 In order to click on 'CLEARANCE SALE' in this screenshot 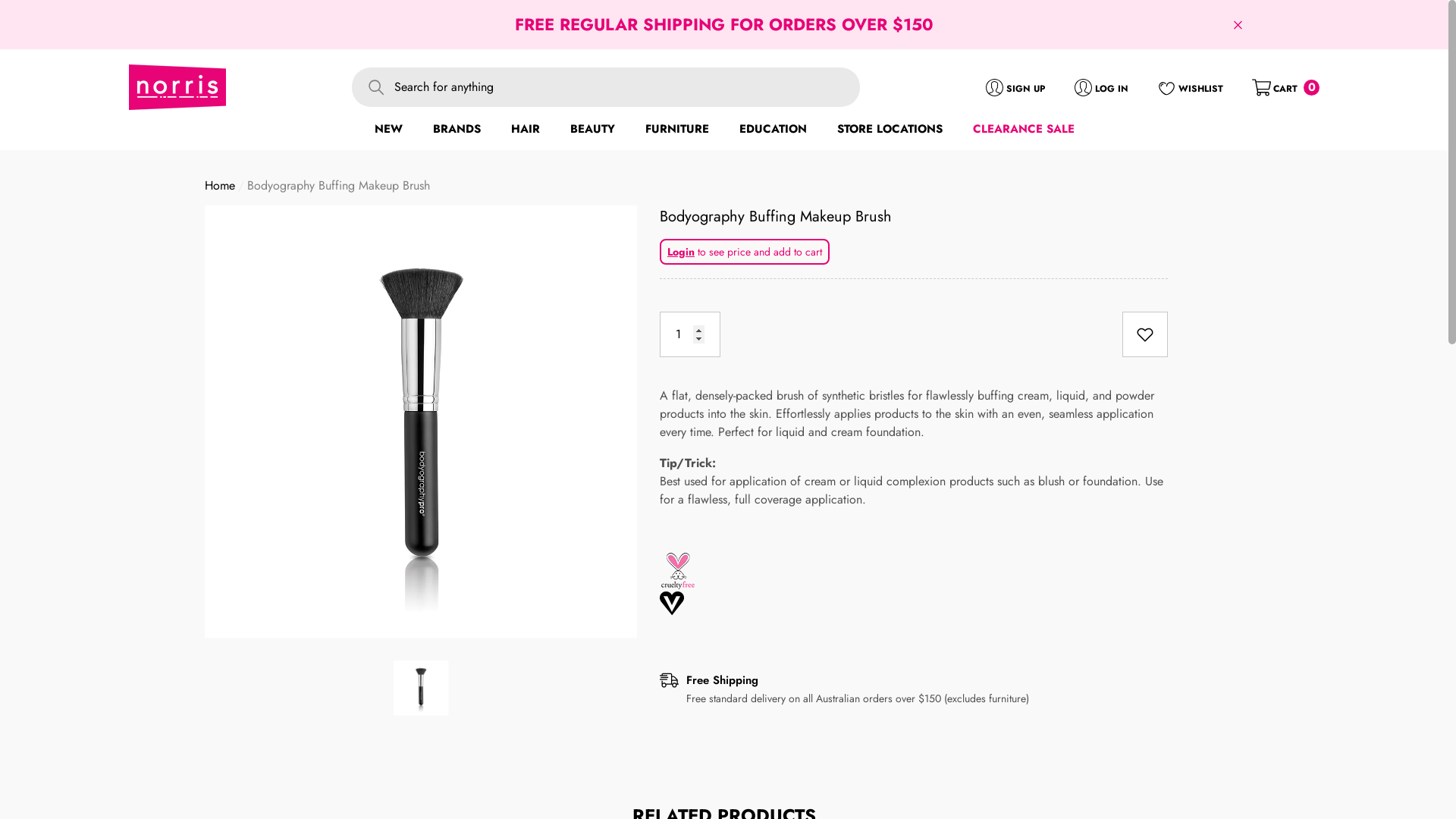, I will do `click(1022, 129)`.